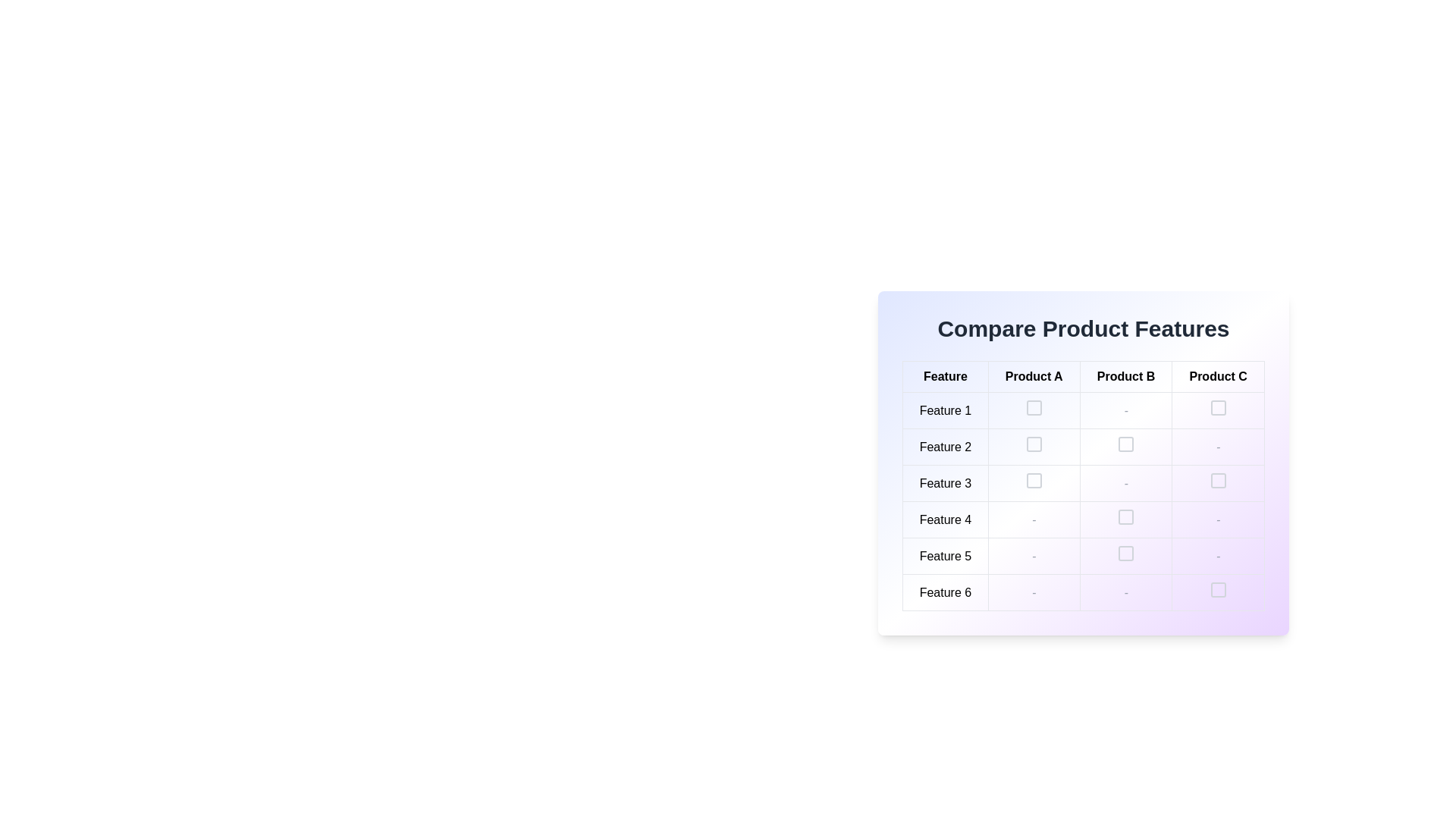 This screenshot has height=819, width=1456. What do you see at coordinates (1126, 553) in the screenshot?
I see `the checkbox located in the Feature 5 row under the Product B column in the comparison table` at bounding box center [1126, 553].